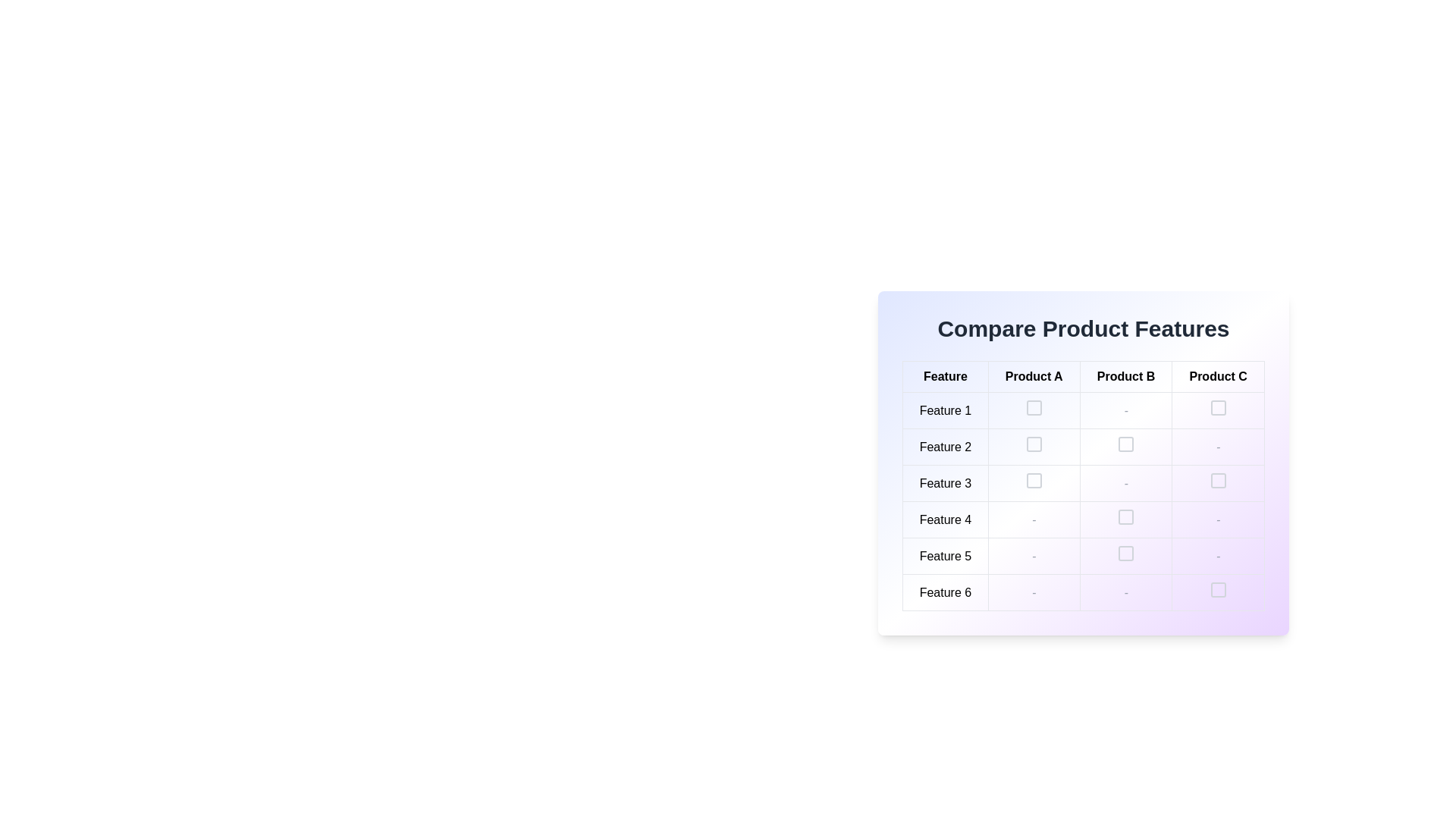 This screenshot has height=819, width=1456. What do you see at coordinates (1126, 553) in the screenshot?
I see `the checkbox located in the Feature 5 row under the Product B column in the comparison table` at bounding box center [1126, 553].